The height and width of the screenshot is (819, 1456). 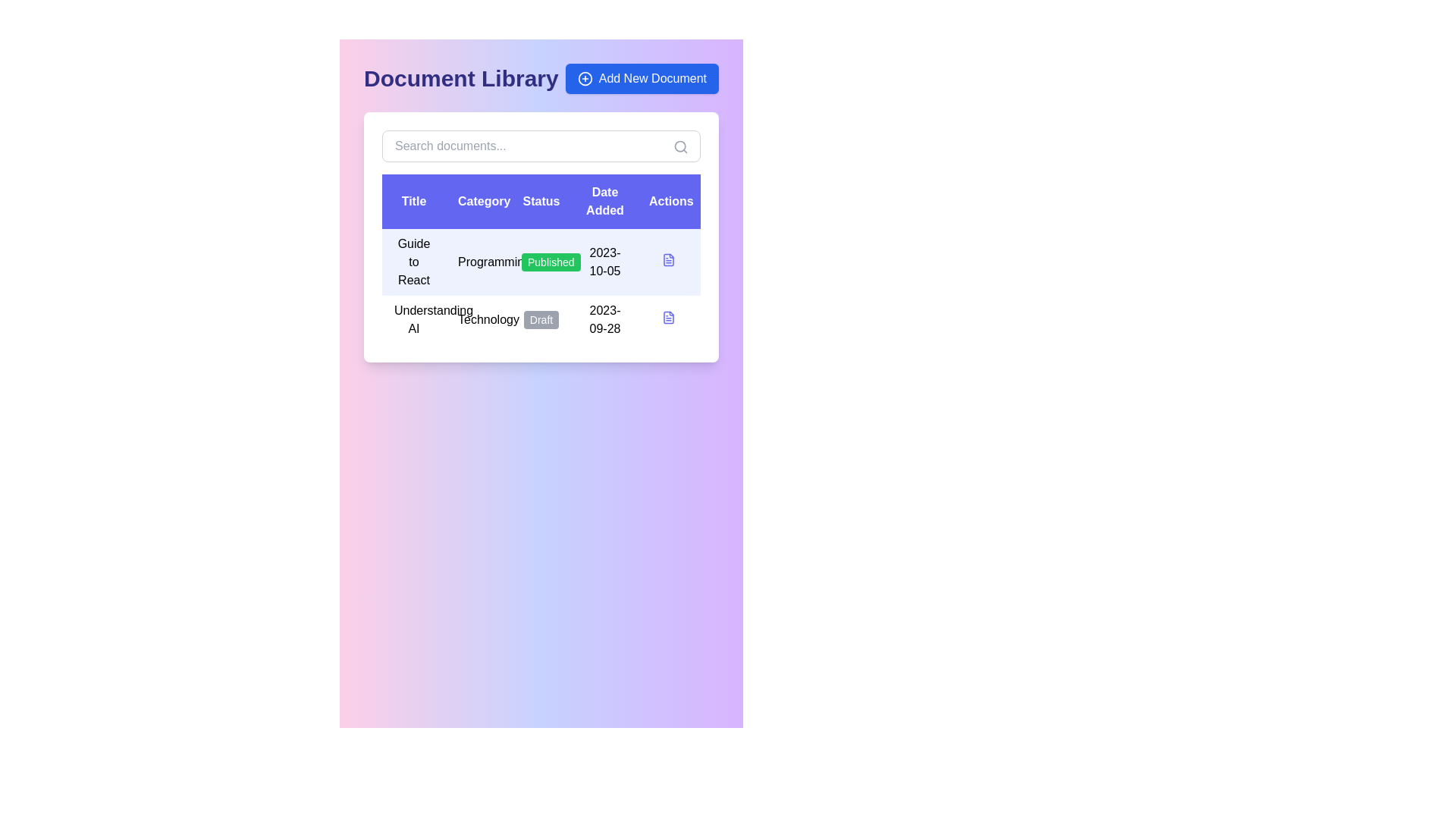 What do you see at coordinates (541, 262) in the screenshot?
I see `the 'Published' label in the 'Status' column of the first row in the 'Document Library' interface, which indicates that the document titled 'Guide to React' has been published` at bounding box center [541, 262].